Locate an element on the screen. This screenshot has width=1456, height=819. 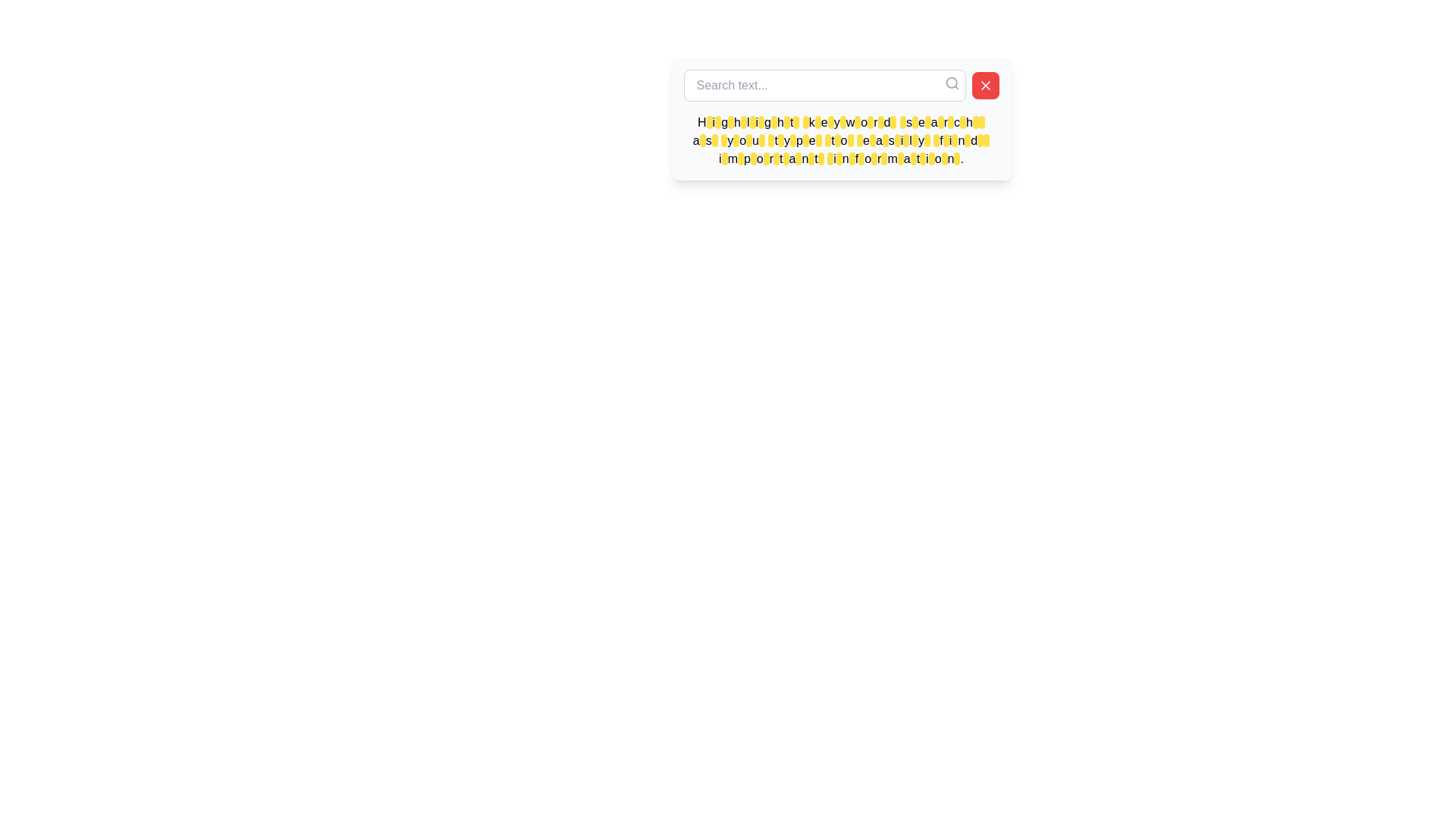
the small rectangular yellow highlight in the text that is part of a series of highlights, located near the phrase 'Highlight keyword search as you type to easily find important information.' is located at coordinates (820, 158).